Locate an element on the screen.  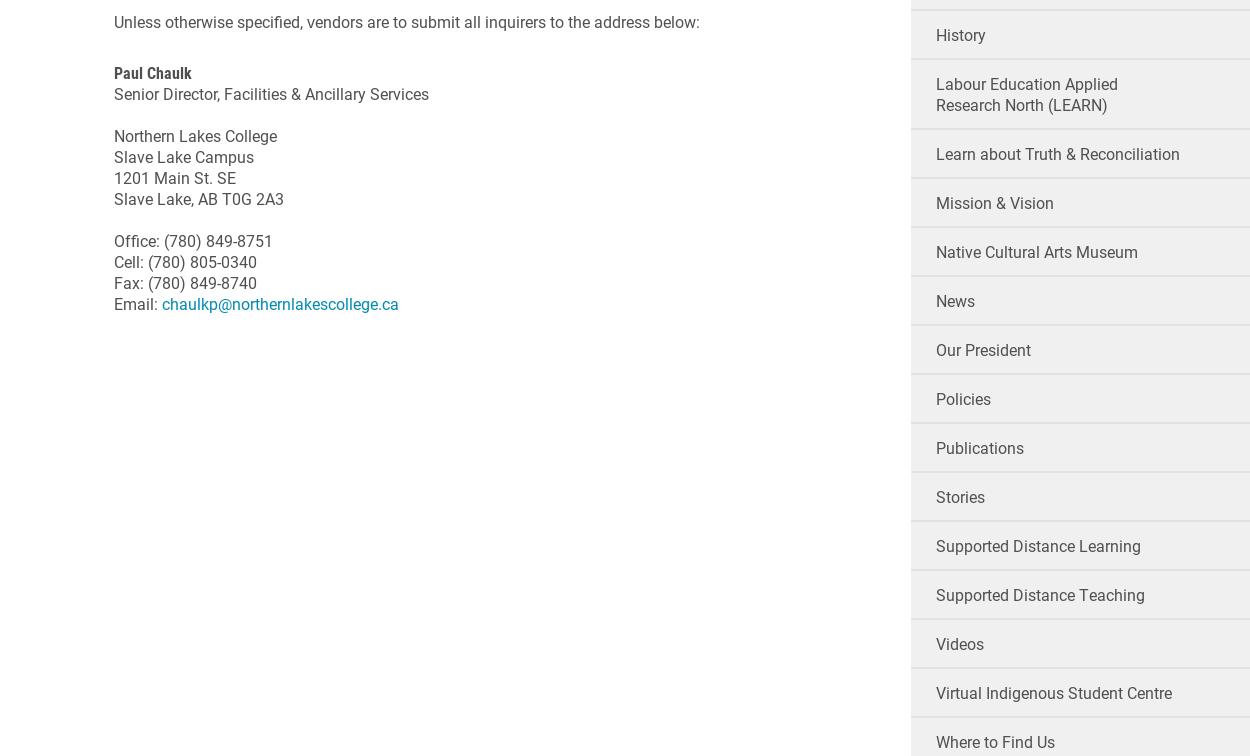
'Fax: (780) 849-8740' is located at coordinates (187, 281).